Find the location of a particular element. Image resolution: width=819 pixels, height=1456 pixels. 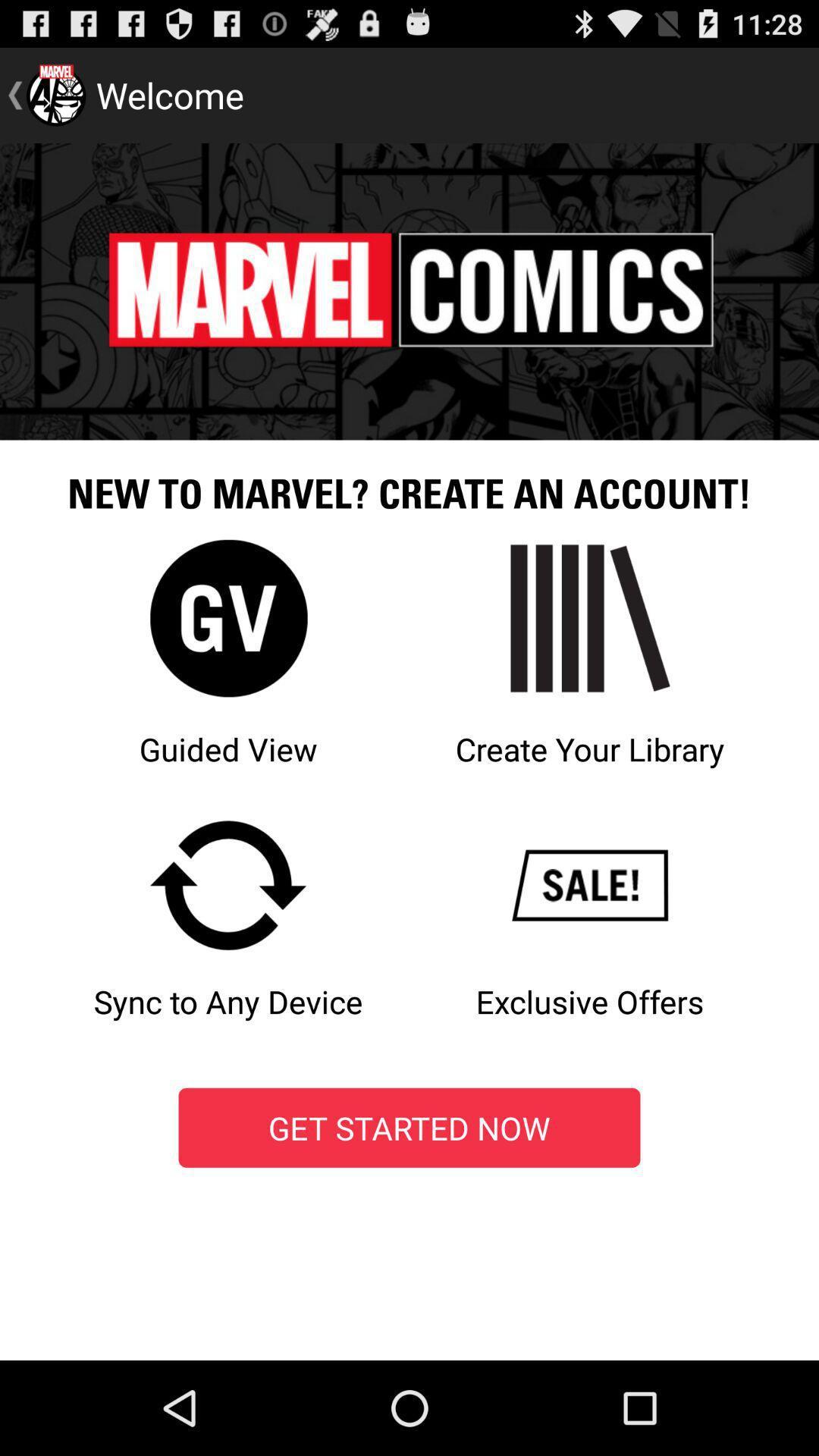

the icon below the sync to any icon is located at coordinates (409, 1128).